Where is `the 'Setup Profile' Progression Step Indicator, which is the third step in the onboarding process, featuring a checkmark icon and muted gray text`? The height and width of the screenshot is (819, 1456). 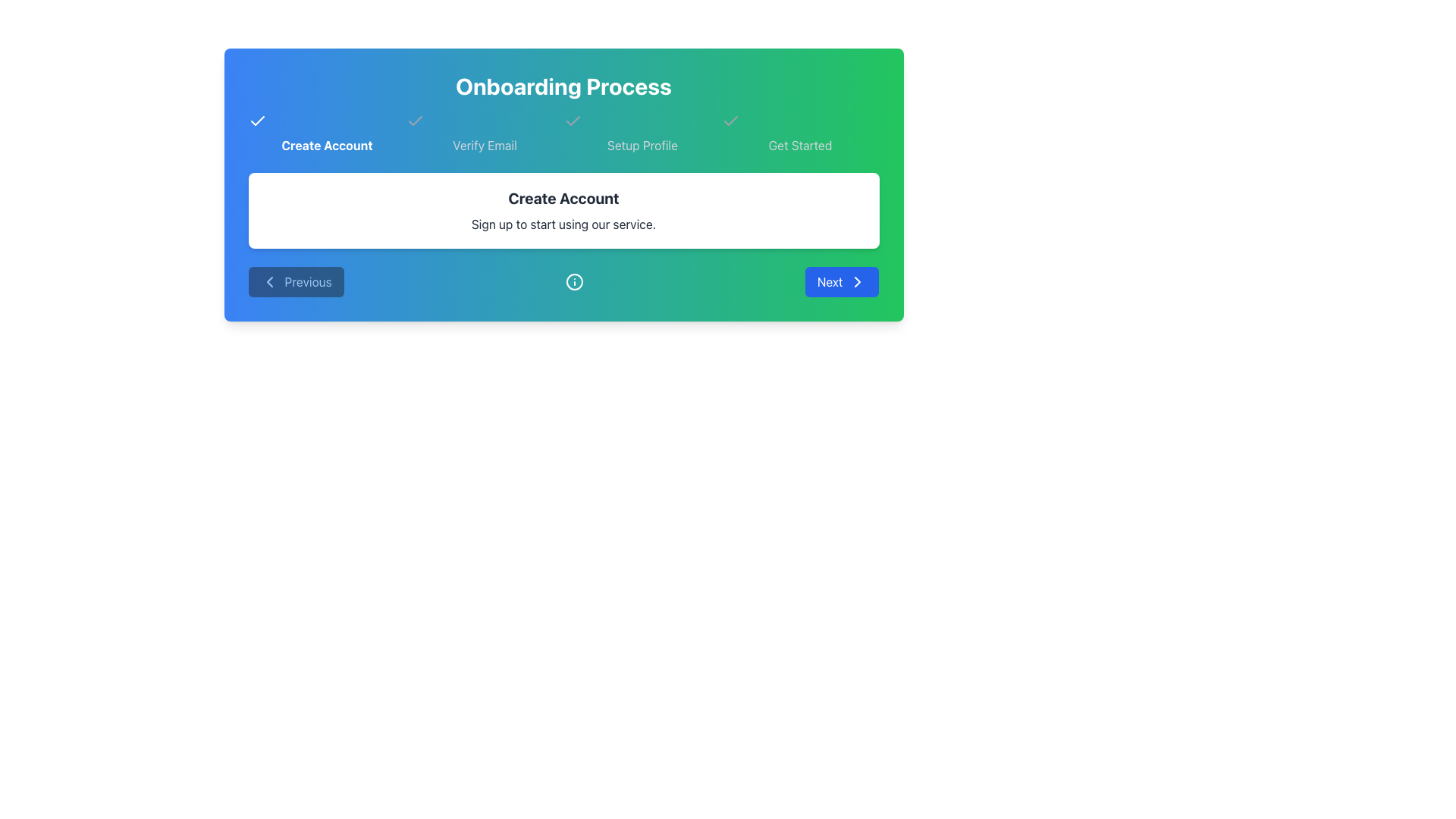 the 'Setup Profile' Progression Step Indicator, which is the third step in the onboarding process, featuring a checkmark icon and muted gray text is located at coordinates (642, 133).